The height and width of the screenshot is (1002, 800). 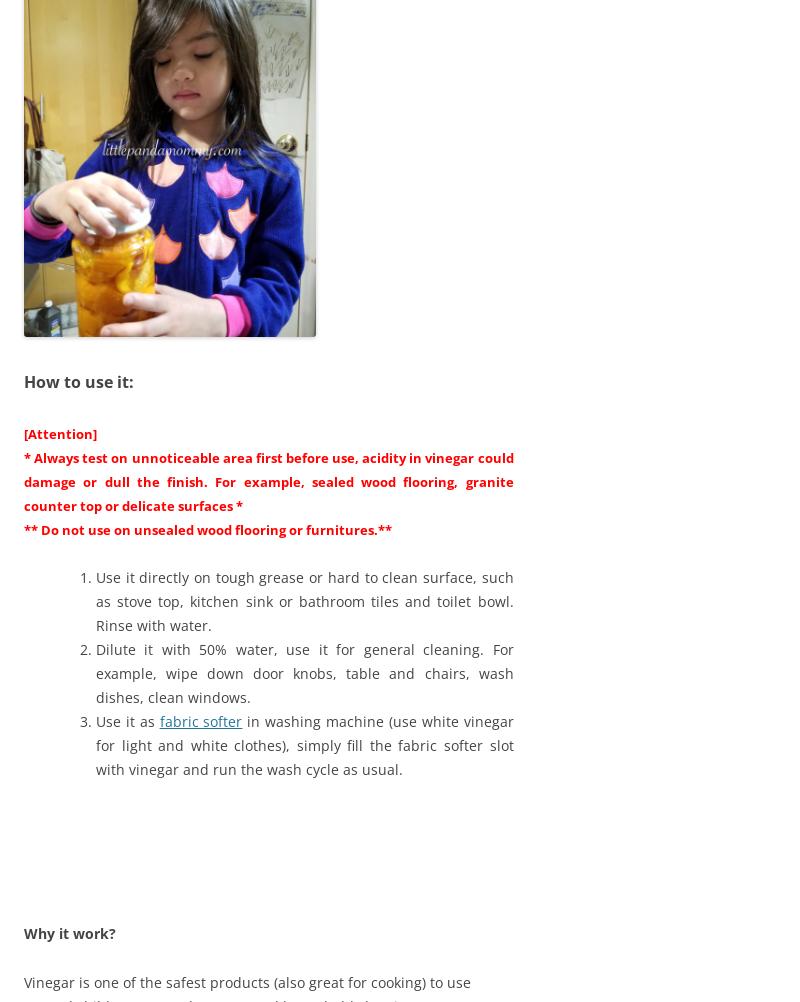 What do you see at coordinates (208, 528) in the screenshot?
I see `'** Do not use on unsealed wood flooring or furnitures.**'` at bounding box center [208, 528].